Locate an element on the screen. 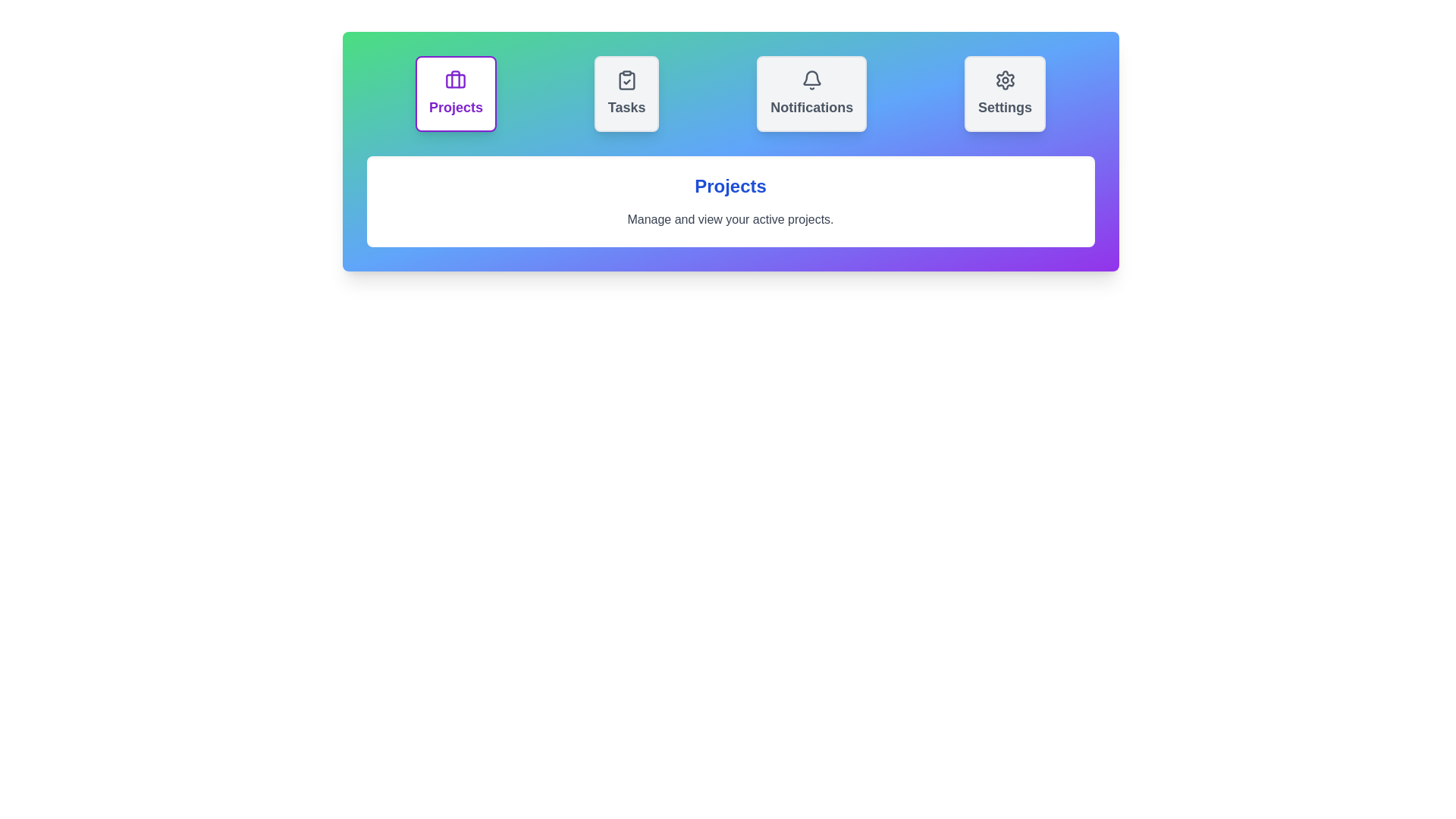  the tab labeled Settings to observe its hover effect is located at coordinates (1005, 93).